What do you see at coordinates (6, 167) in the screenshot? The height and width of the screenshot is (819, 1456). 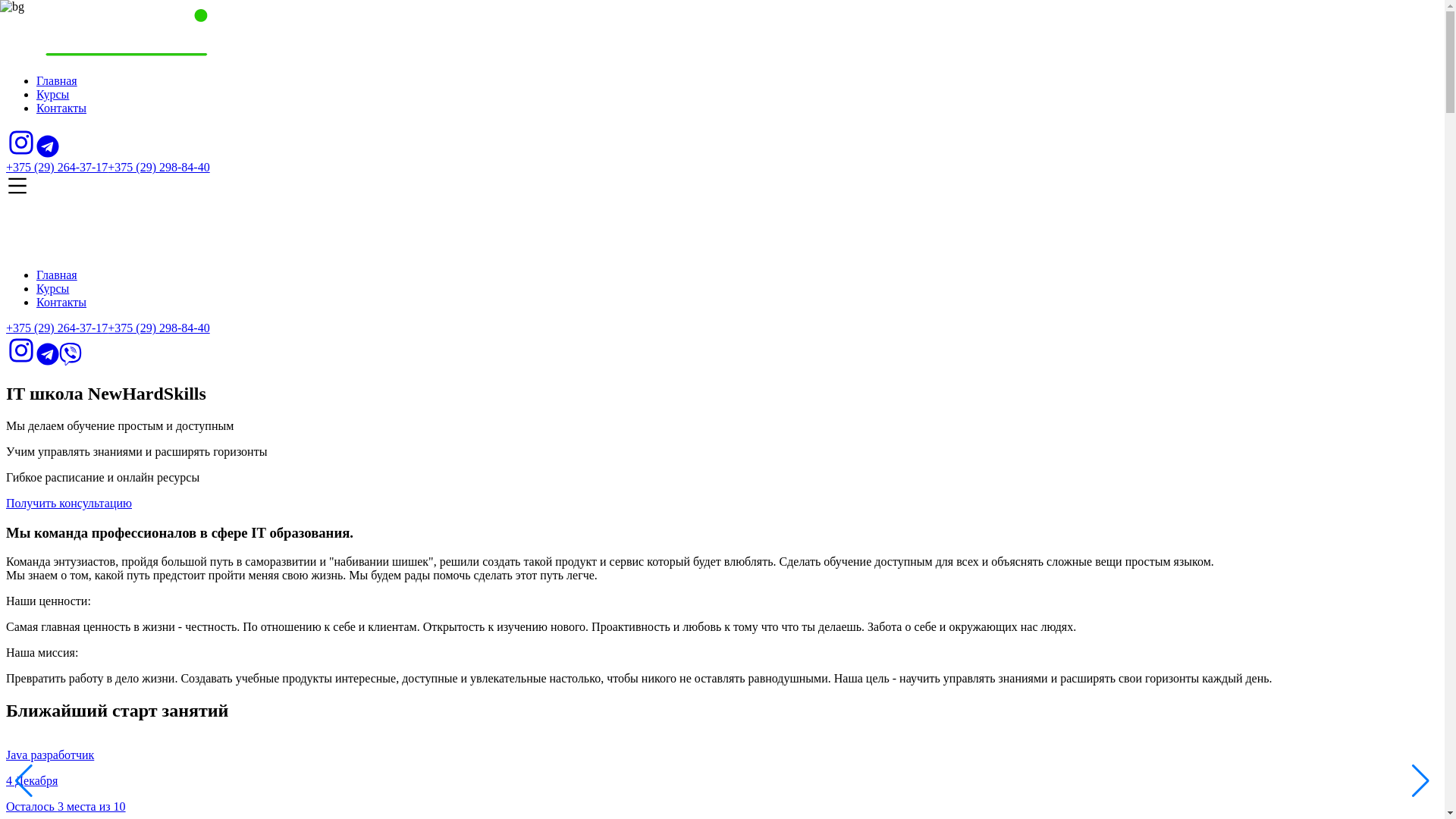 I see `'+375 (29) 264-37-17'` at bounding box center [6, 167].